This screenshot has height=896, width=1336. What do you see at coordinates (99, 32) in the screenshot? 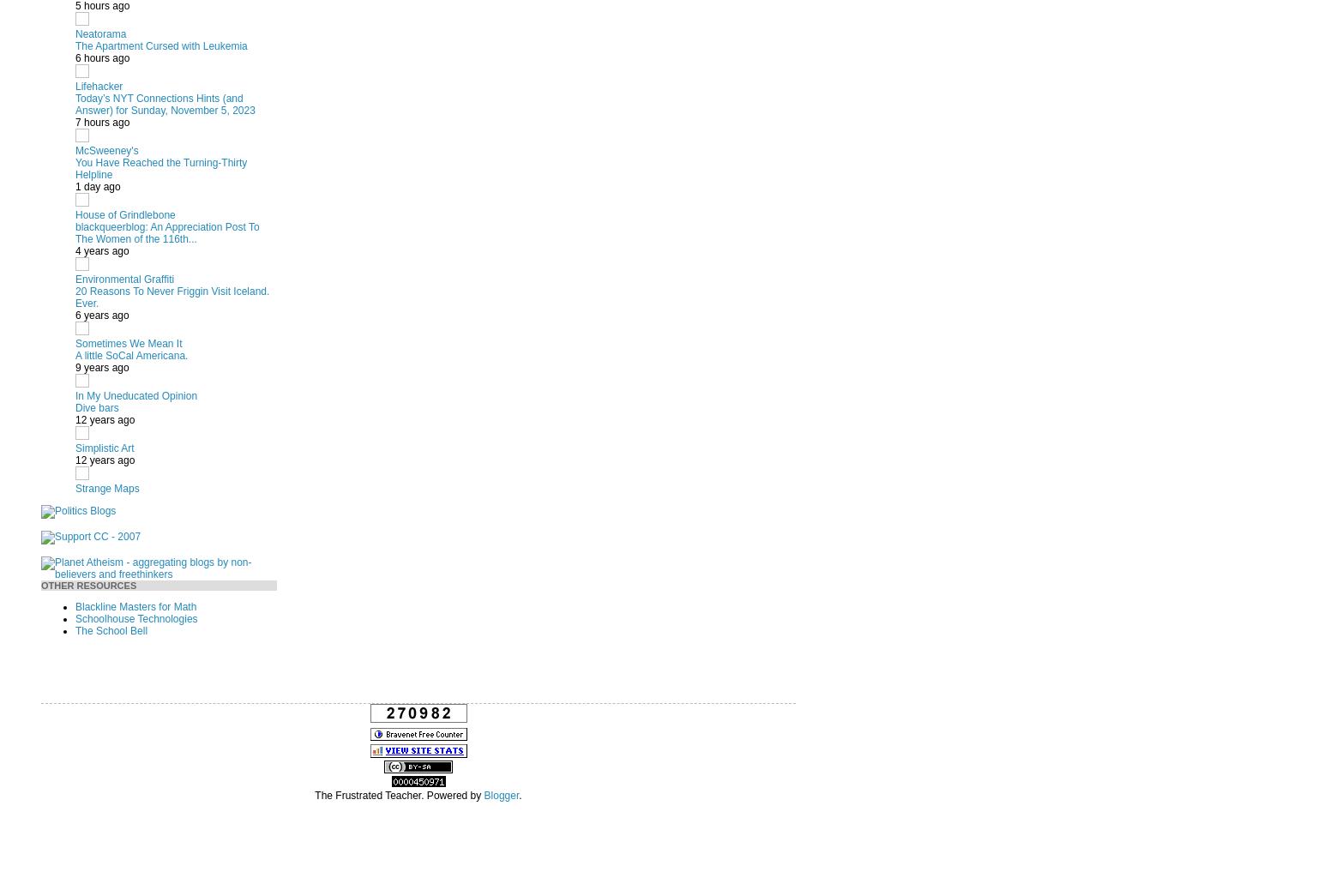
I see `'Neatorama'` at bounding box center [99, 32].